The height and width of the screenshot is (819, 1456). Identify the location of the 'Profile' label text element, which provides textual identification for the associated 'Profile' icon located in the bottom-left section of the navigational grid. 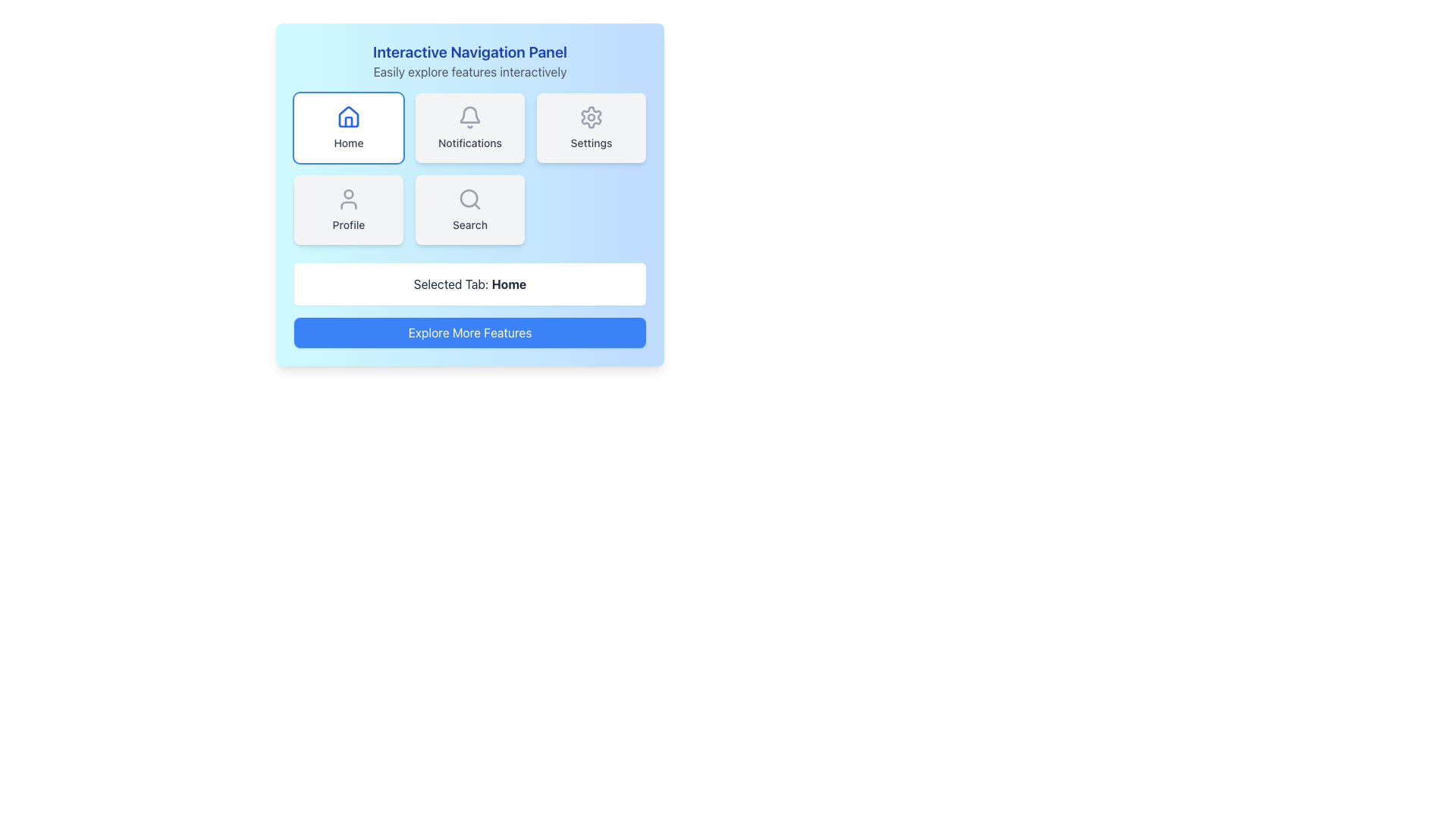
(348, 225).